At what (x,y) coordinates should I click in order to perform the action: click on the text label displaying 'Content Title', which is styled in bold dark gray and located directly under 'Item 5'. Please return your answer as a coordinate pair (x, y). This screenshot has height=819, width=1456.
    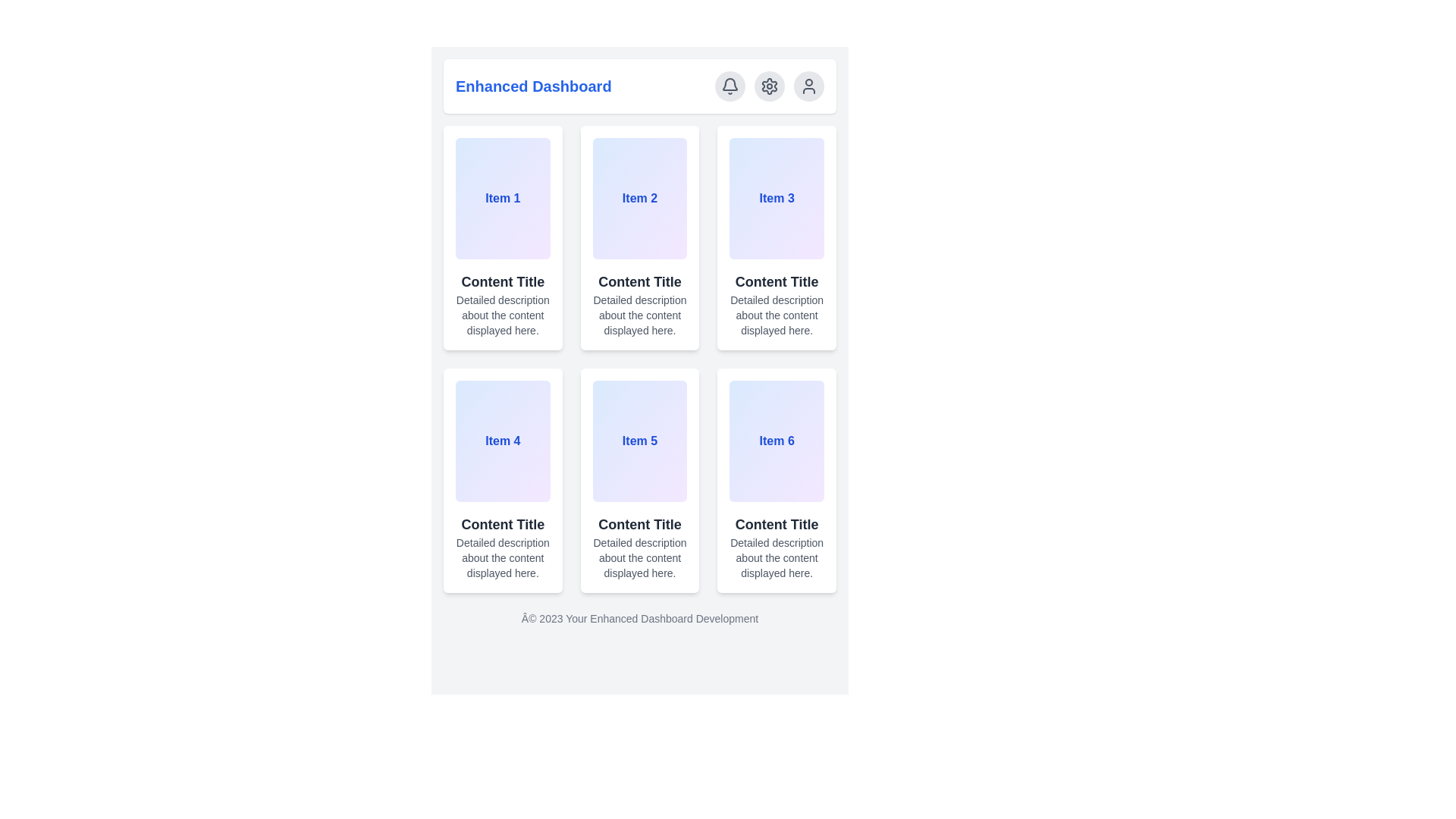
    Looking at the image, I should click on (640, 523).